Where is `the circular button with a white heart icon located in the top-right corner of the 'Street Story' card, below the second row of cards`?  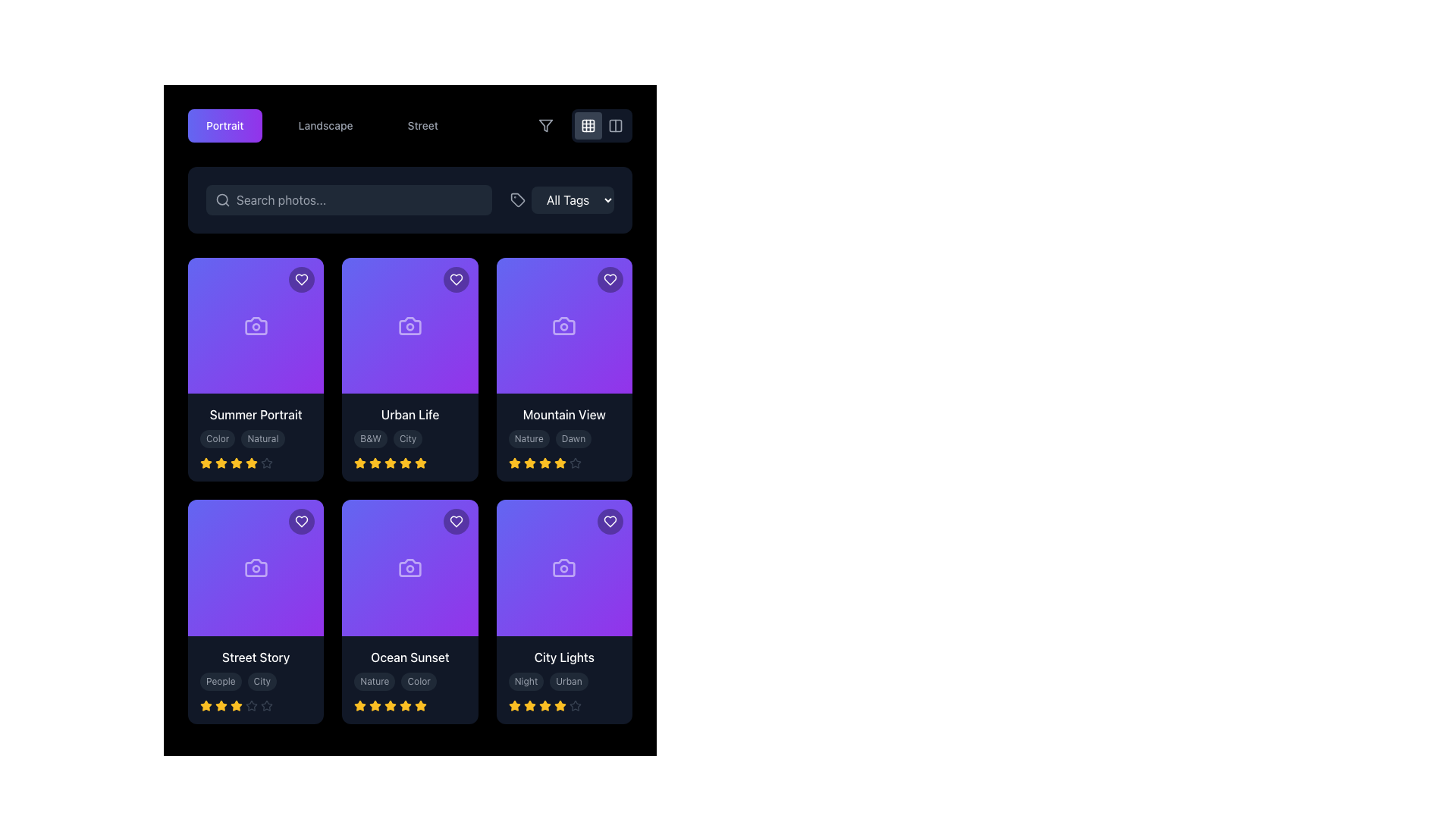 the circular button with a white heart icon located in the top-right corner of the 'Street Story' card, below the second row of cards is located at coordinates (302, 521).